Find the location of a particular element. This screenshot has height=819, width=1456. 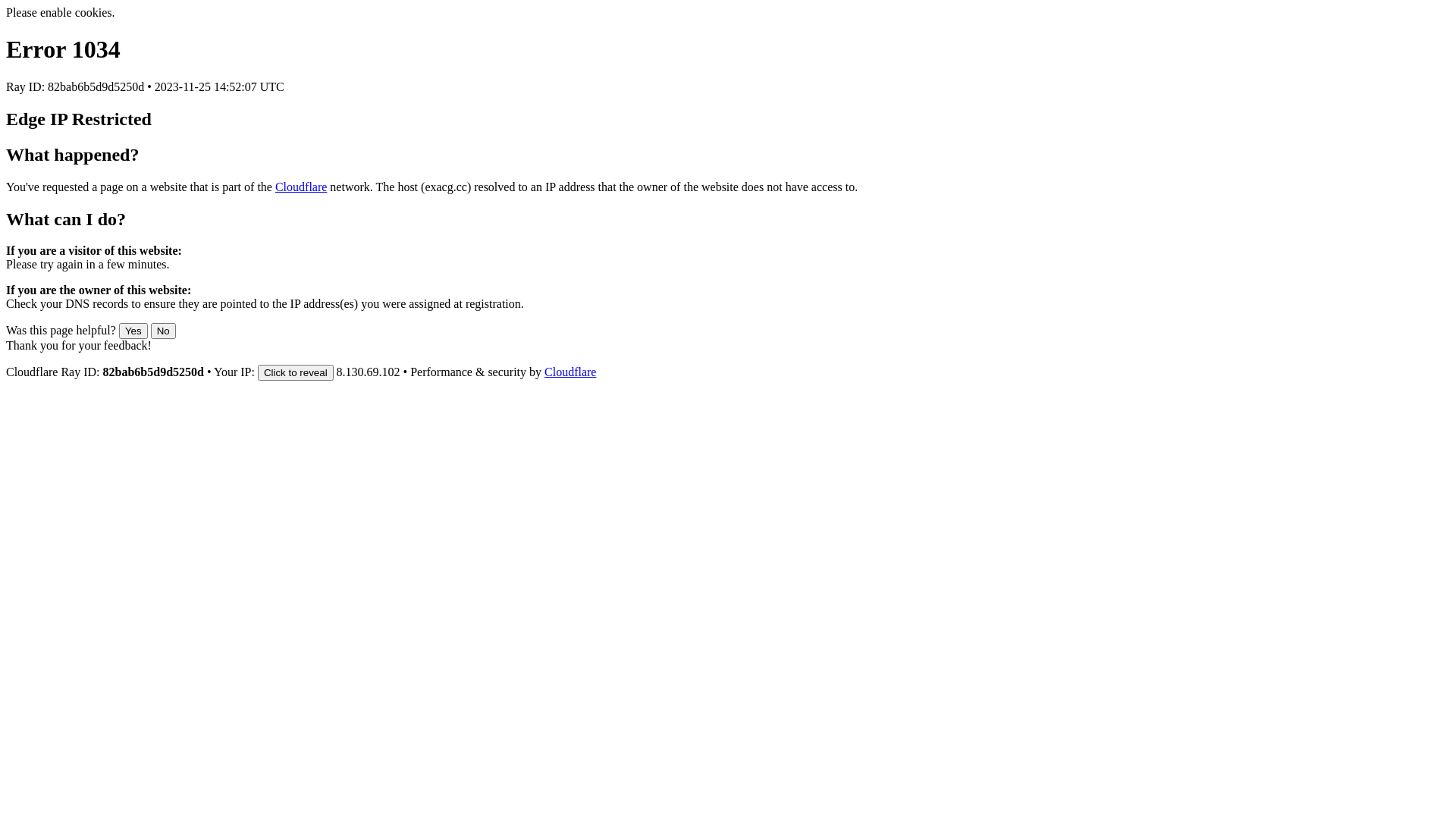

'Yes' is located at coordinates (133, 330).